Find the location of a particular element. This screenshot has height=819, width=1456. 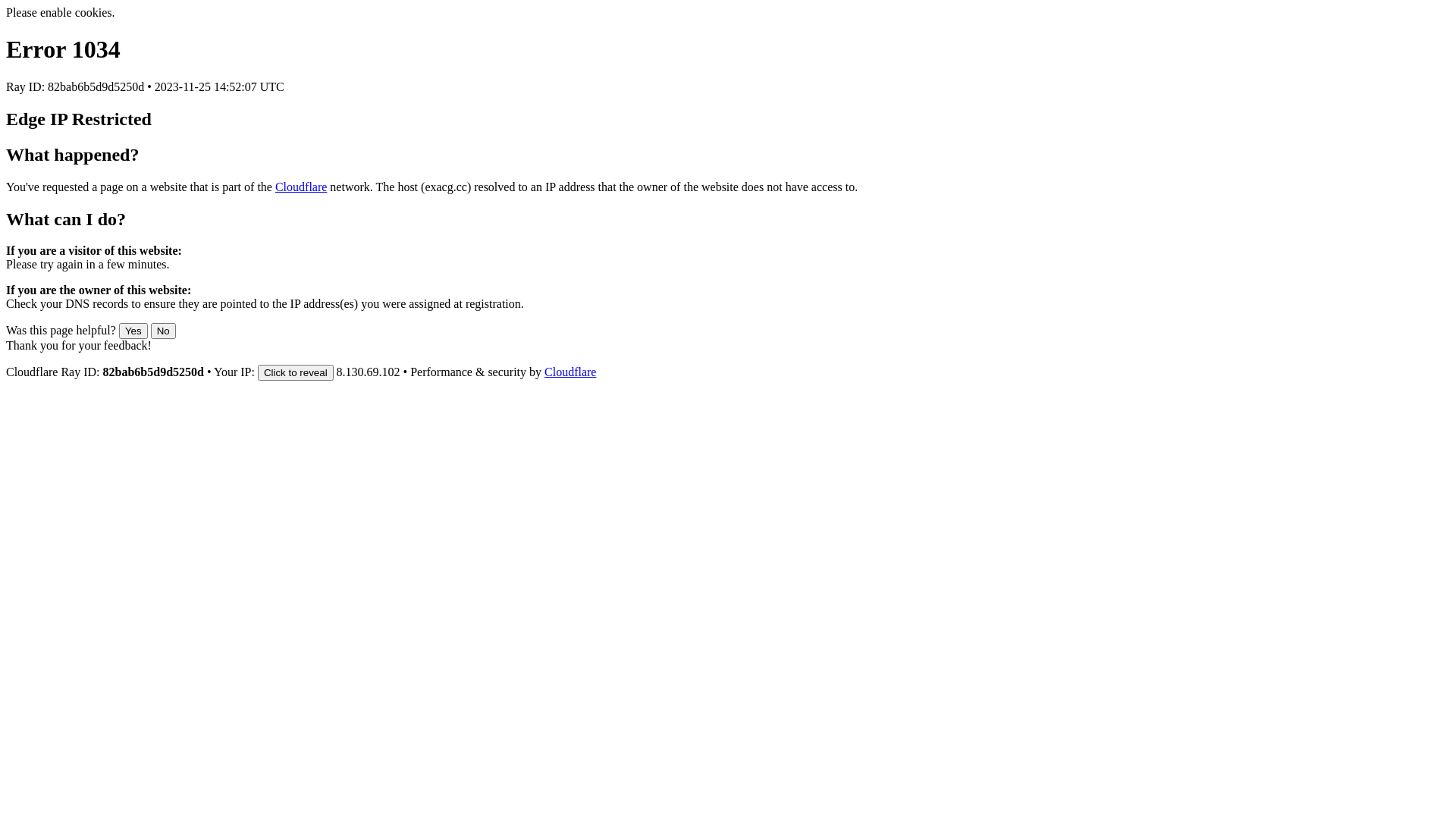

'Yes' is located at coordinates (133, 330).